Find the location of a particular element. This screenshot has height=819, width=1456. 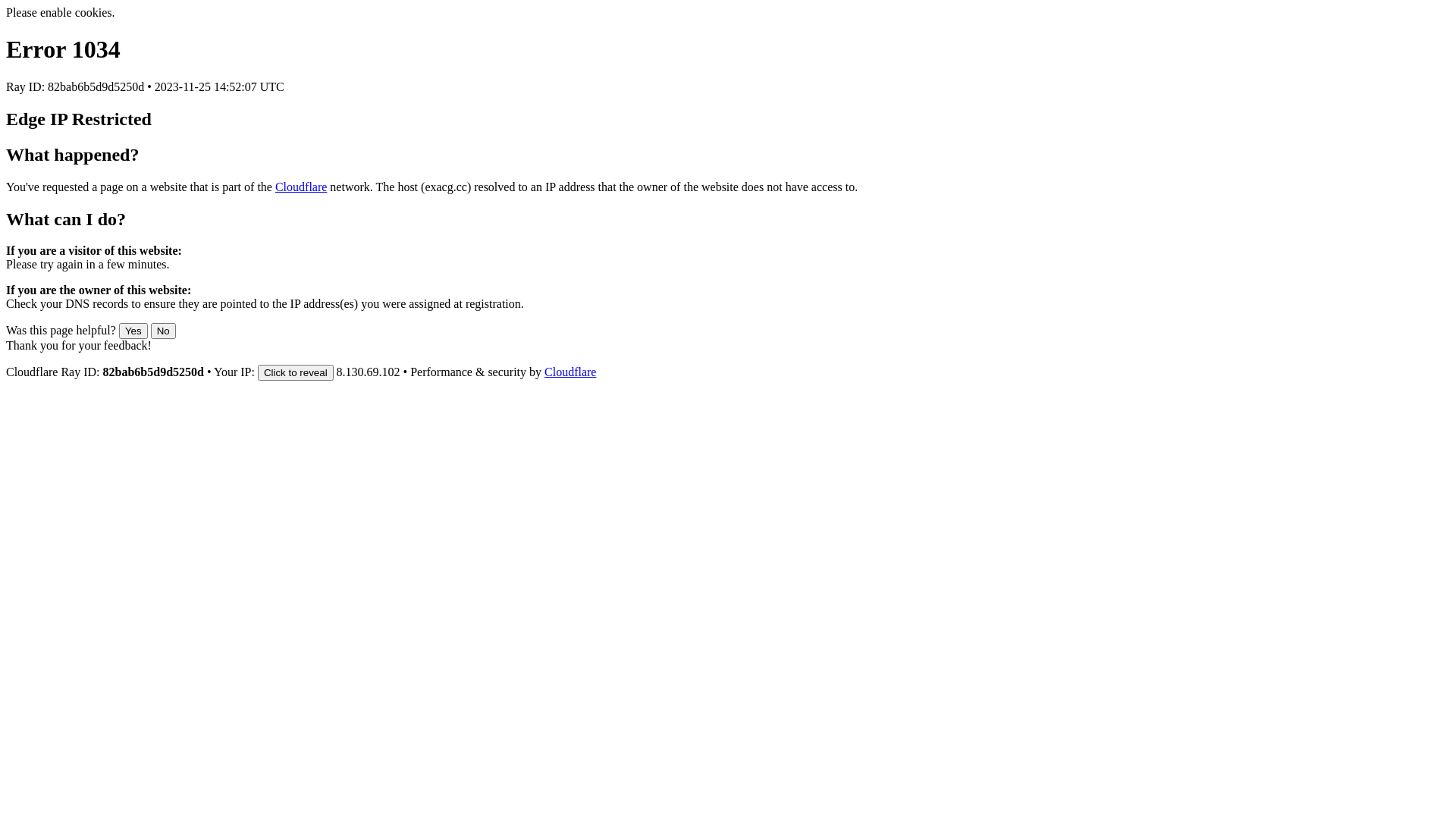

'Yes' is located at coordinates (133, 330).